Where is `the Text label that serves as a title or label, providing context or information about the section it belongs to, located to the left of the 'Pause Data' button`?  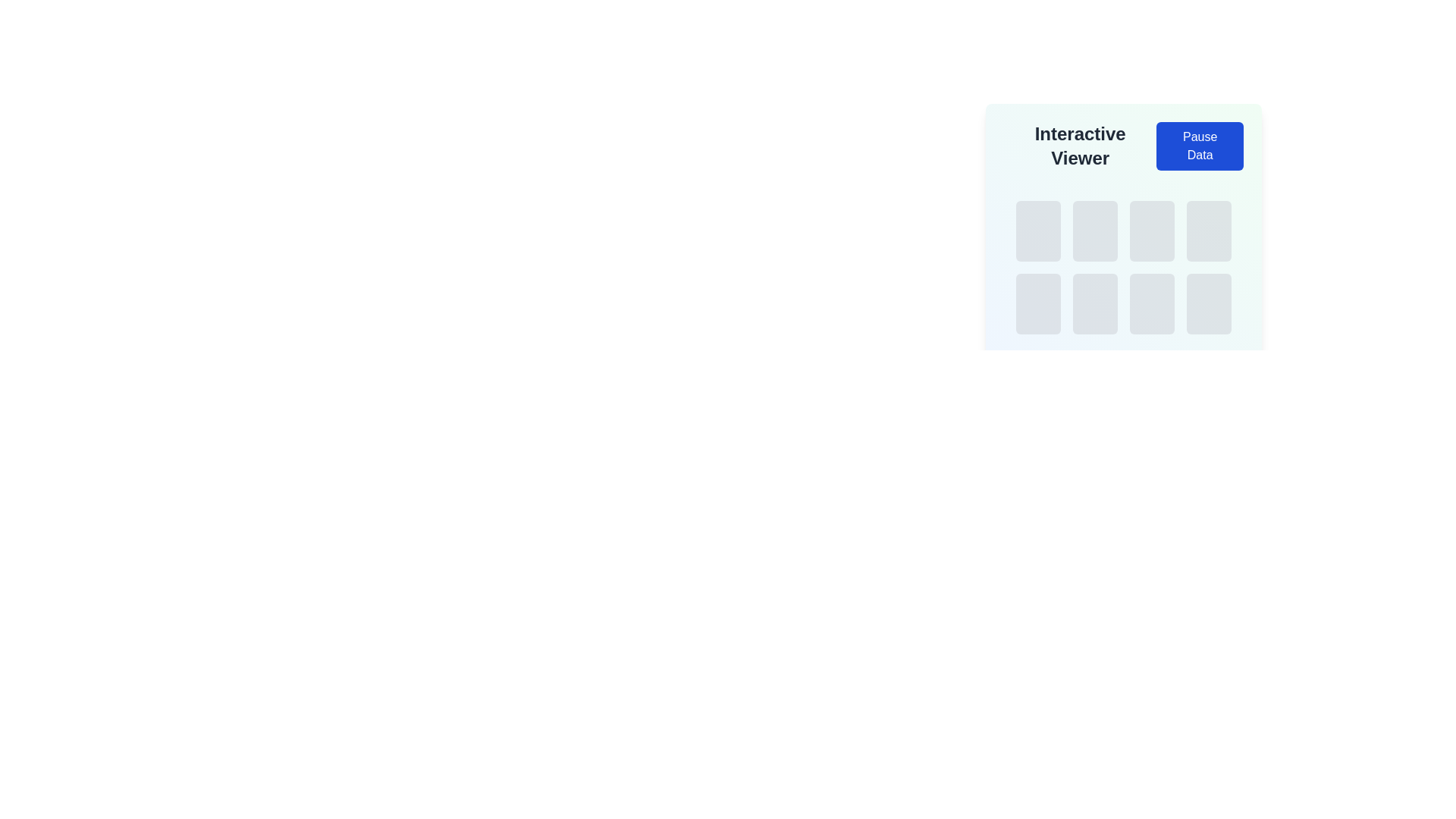
the Text label that serves as a title or label, providing context or information about the section it belongs to, located to the left of the 'Pause Data' button is located at coordinates (1079, 146).